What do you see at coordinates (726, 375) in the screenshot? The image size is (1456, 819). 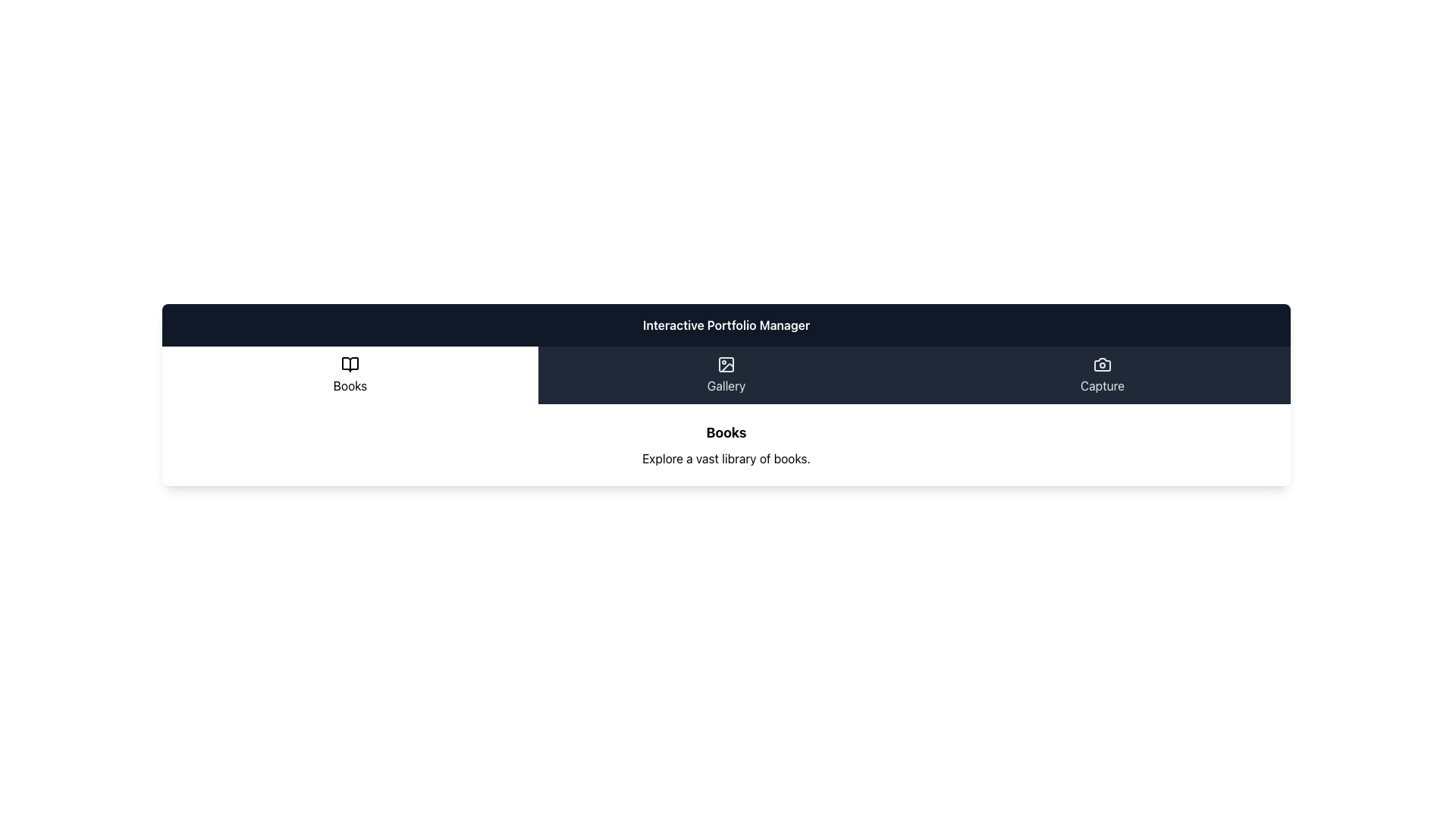 I see `the 'Gallery' button, which is the second button in a group of three, featuring a dark background and light text` at bounding box center [726, 375].